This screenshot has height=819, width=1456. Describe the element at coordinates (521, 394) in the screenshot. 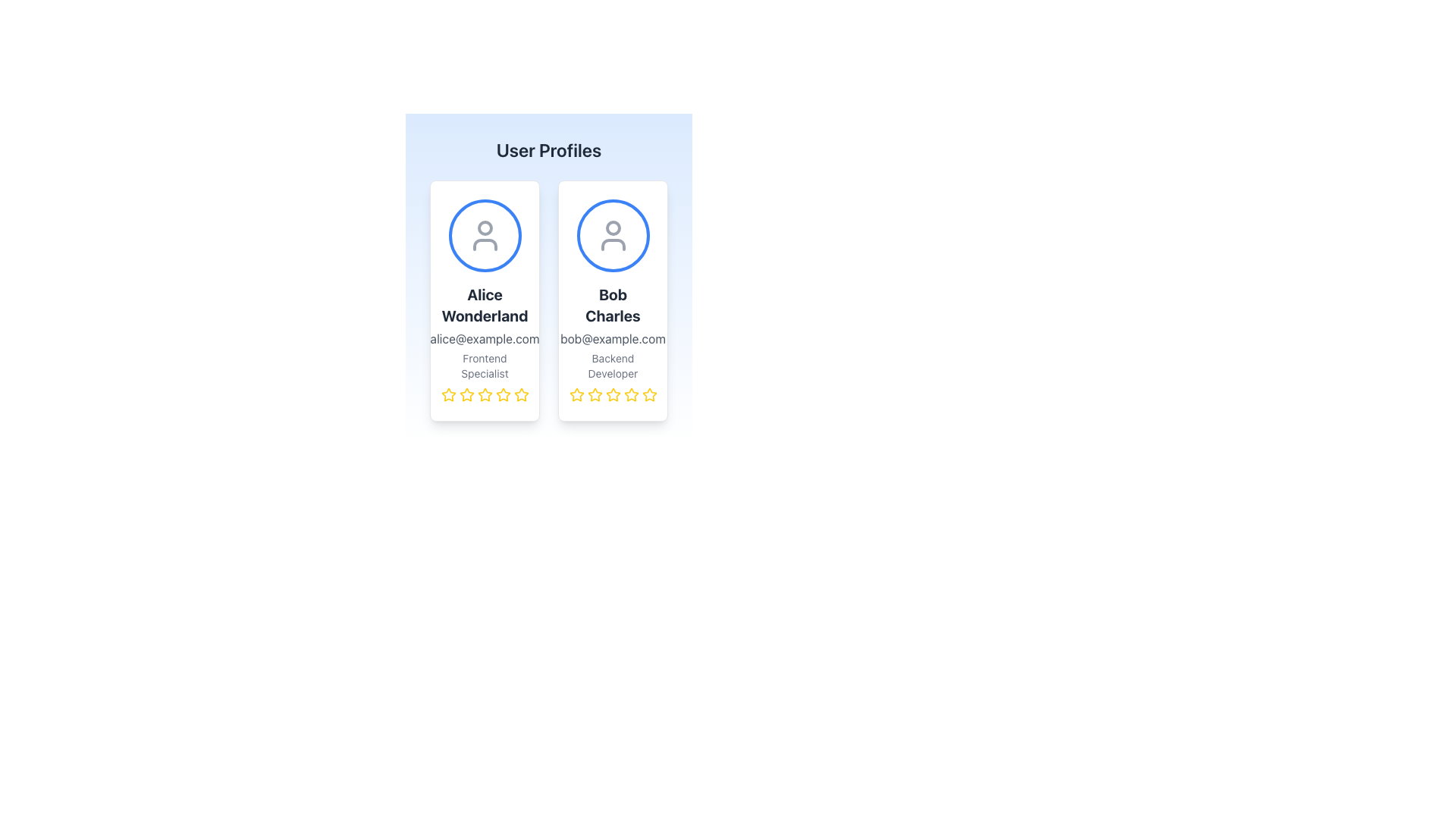

I see `the fifth star icon with a yellow outline and hollow center, located below the 'Alice Wonderland' profile to rate the profile` at that location.